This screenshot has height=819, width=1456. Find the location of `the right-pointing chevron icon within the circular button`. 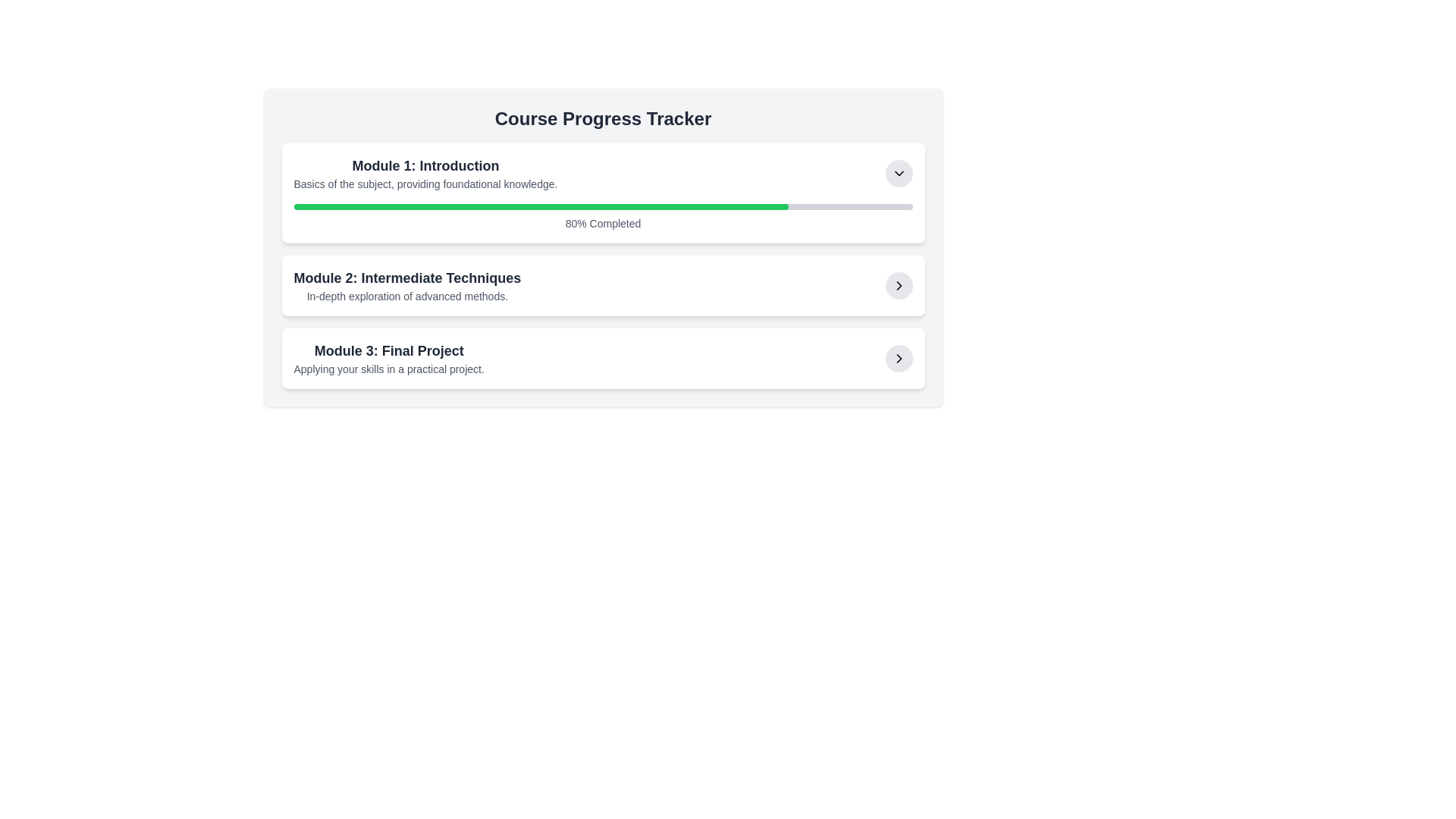

the right-pointing chevron icon within the circular button is located at coordinates (899, 286).